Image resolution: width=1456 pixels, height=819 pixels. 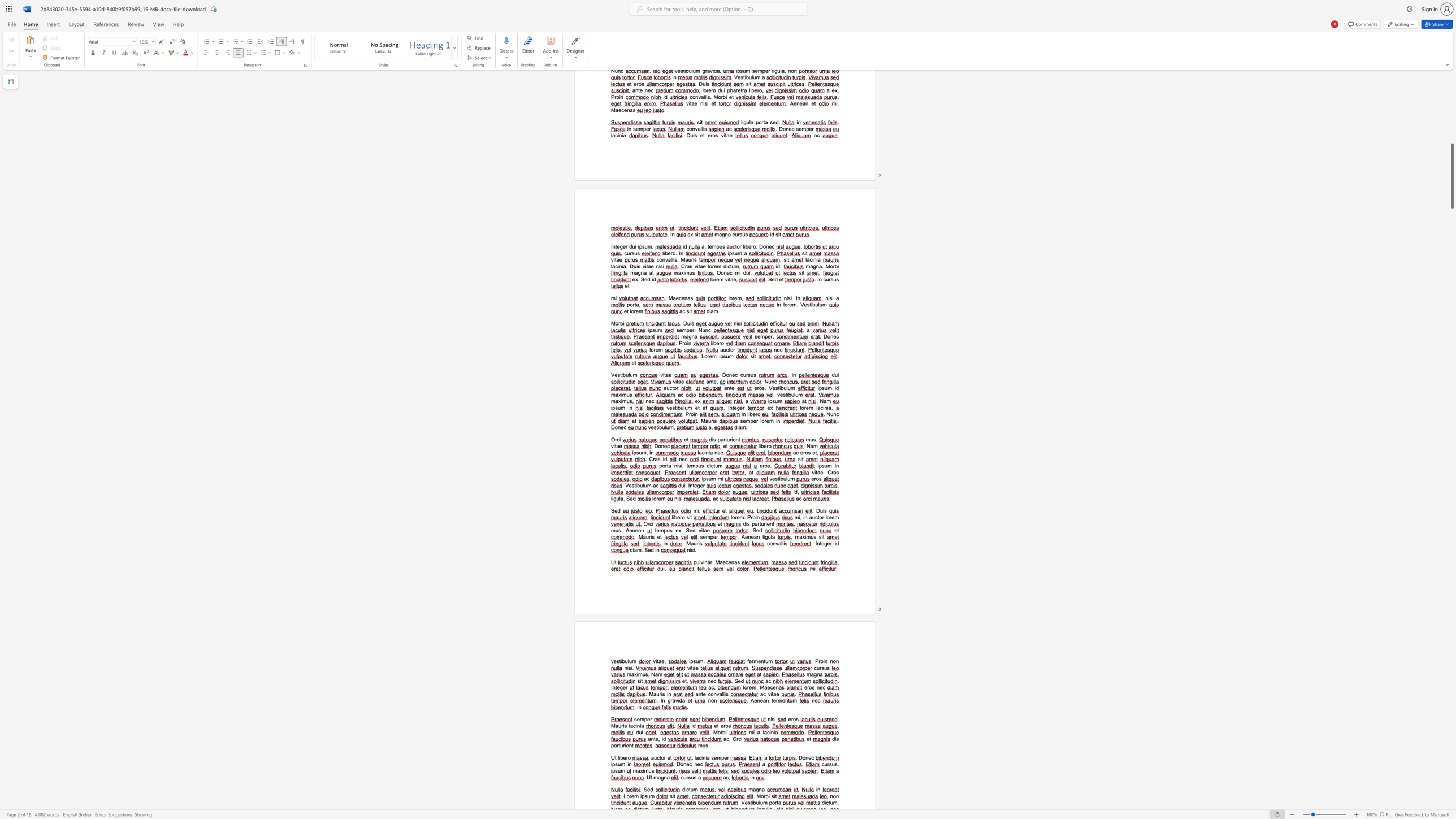 What do you see at coordinates (712, 757) in the screenshot?
I see `the 1th character "s" in the text` at bounding box center [712, 757].